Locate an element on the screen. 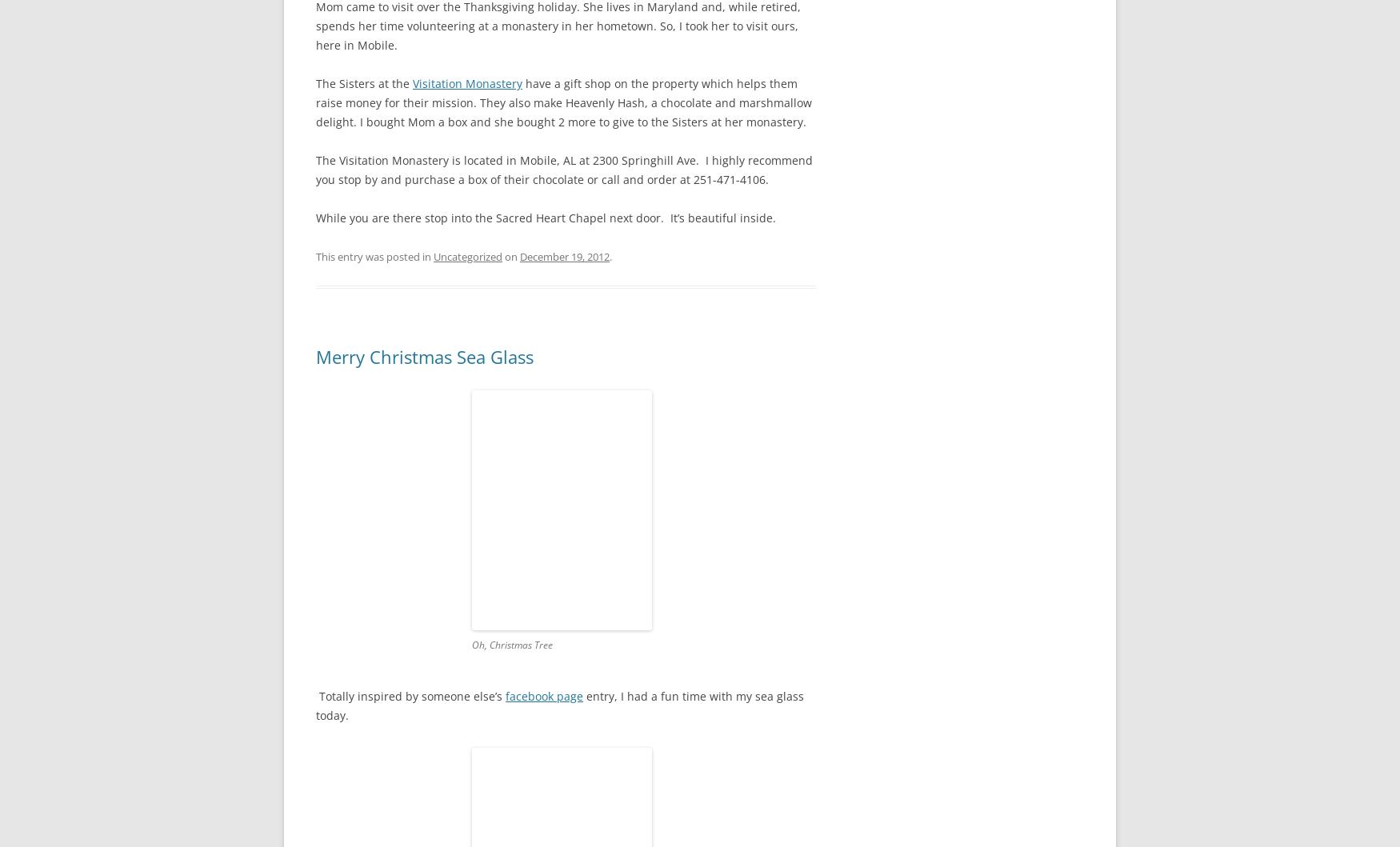 This screenshot has height=847, width=1400. 'While you are there stop into the Sacred Heart Chapel next door.  It’s beautiful inside.' is located at coordinates (545, 218).